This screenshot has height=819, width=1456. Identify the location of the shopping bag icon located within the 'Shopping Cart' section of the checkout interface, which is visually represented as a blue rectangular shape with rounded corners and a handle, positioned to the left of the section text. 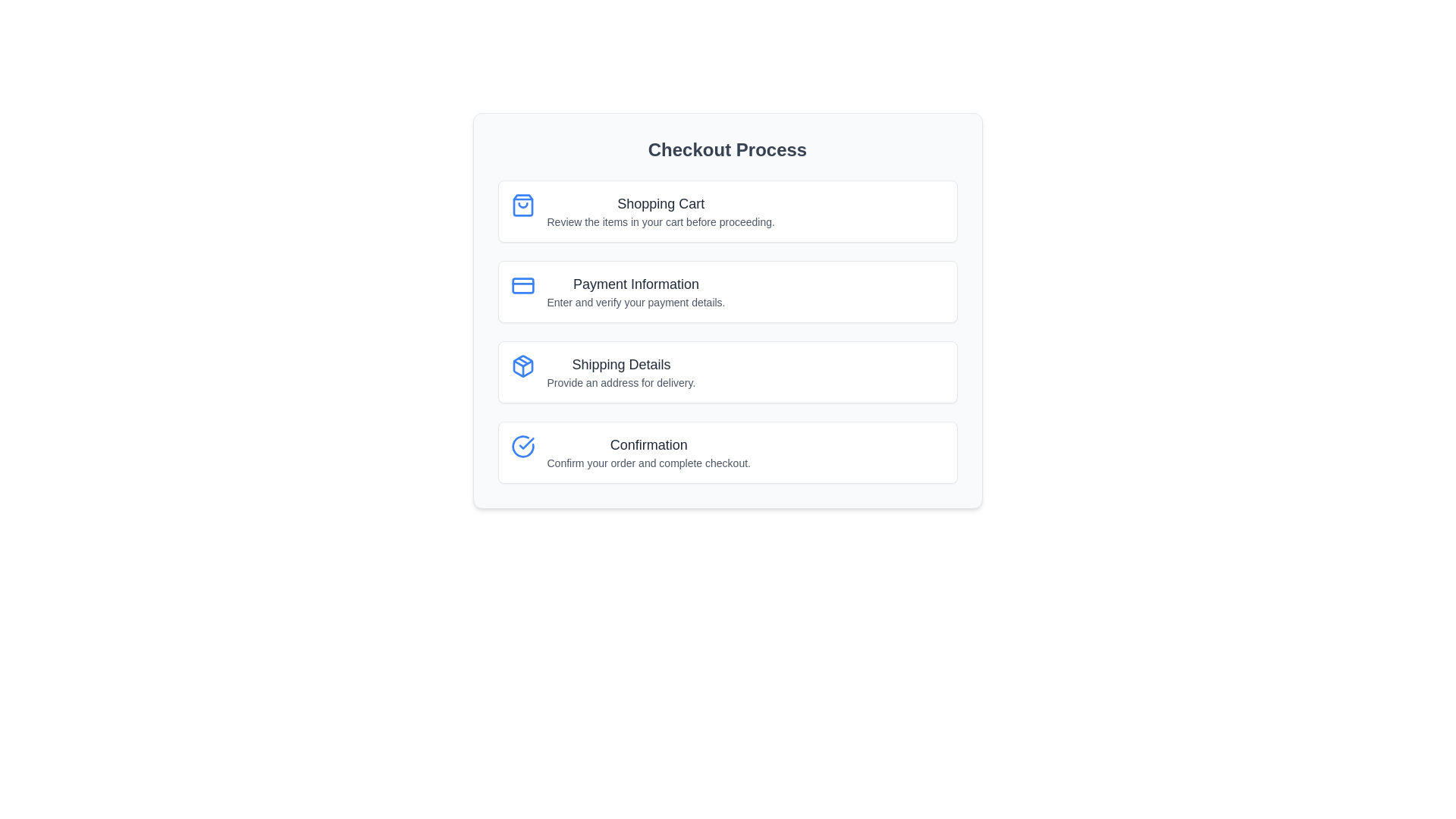
(522, 205).